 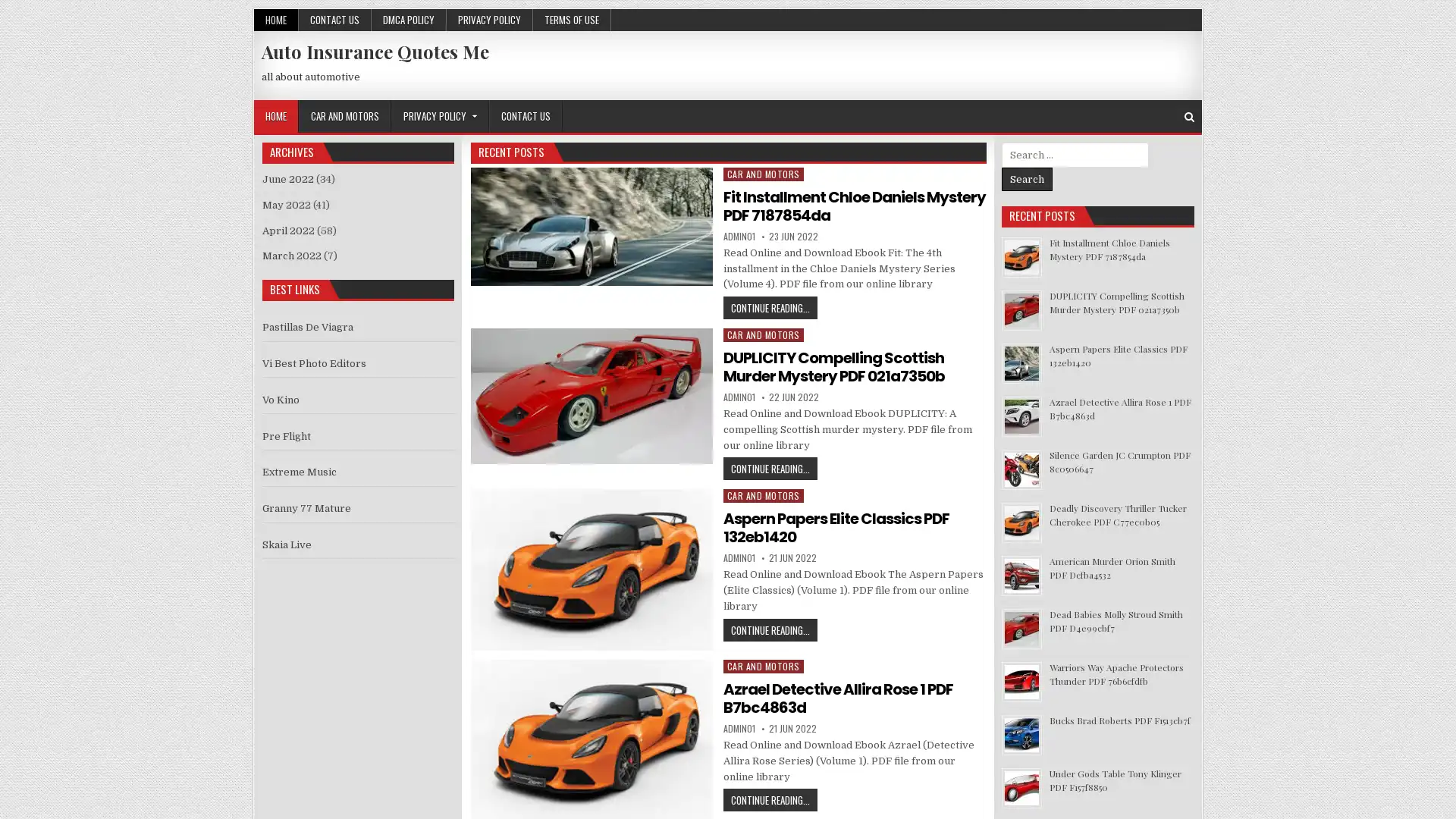 What do you see at coordinates (1027, 178) in the screenshot?
I see `Search` at bounding box center [1027, 178].